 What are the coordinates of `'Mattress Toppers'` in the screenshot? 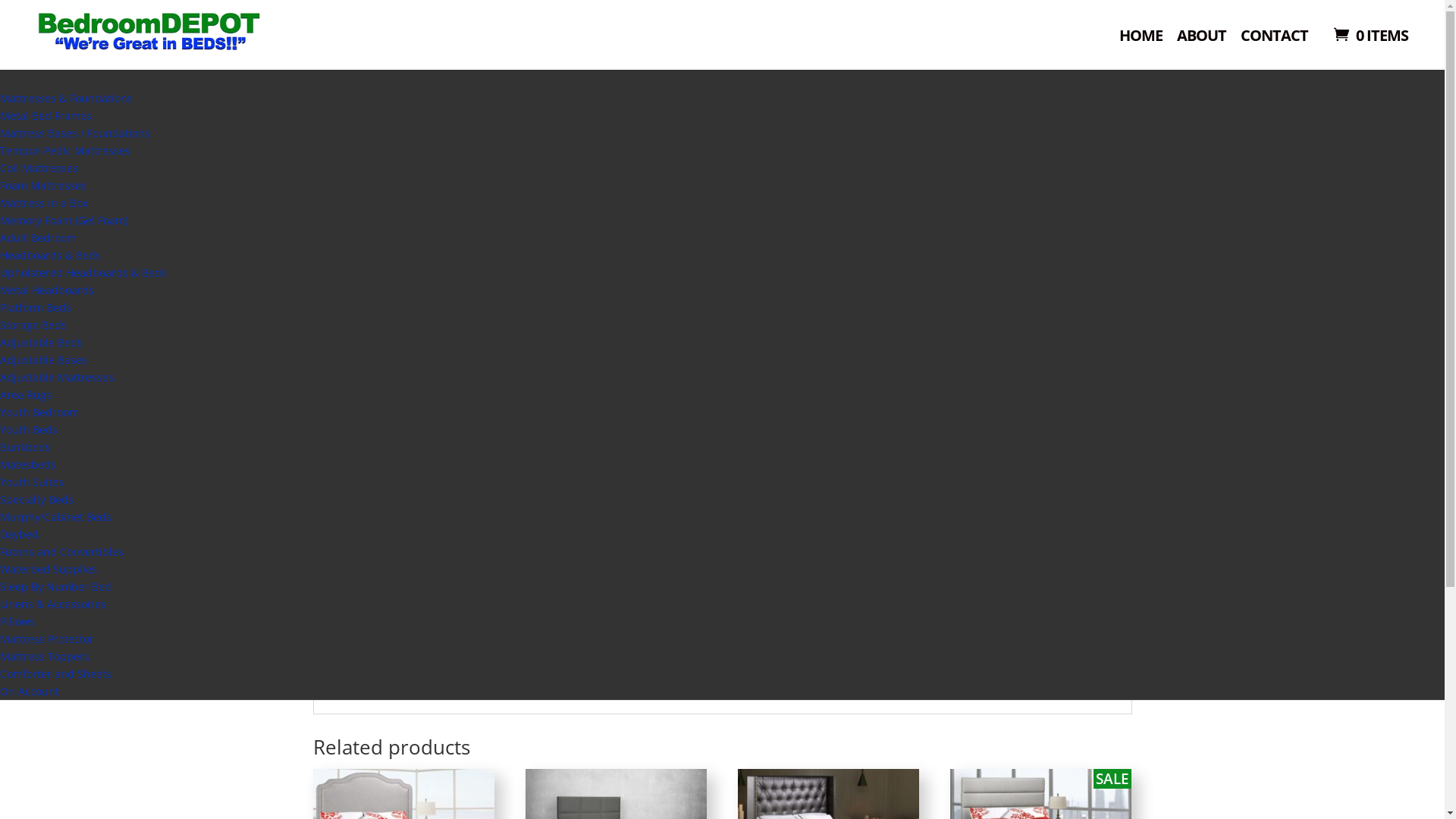 It's located at (44, 655).